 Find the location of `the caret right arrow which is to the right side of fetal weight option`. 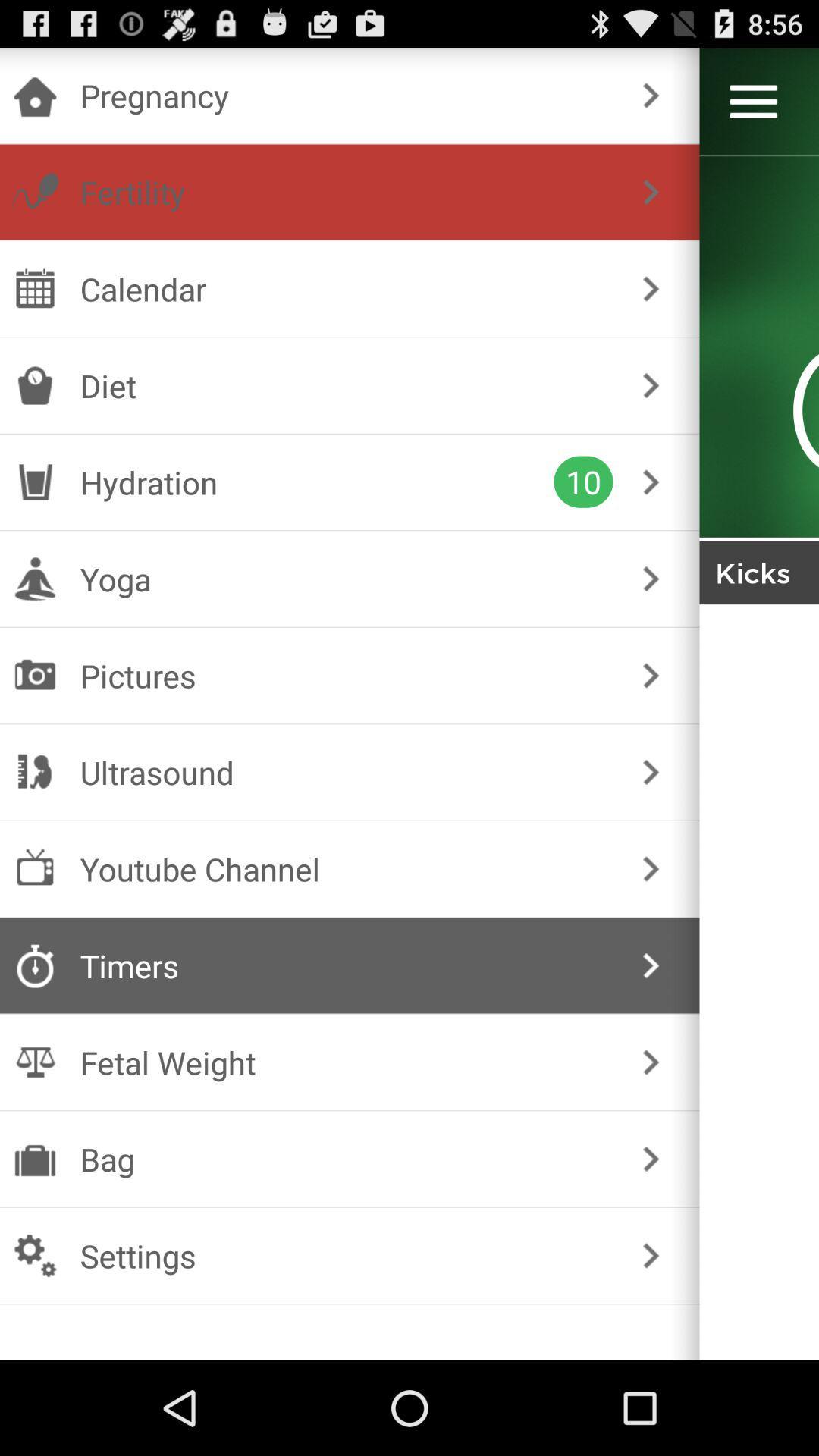

the caret right arrow which is to the right side of fetal weight option is located at coordinates (651, 1062).